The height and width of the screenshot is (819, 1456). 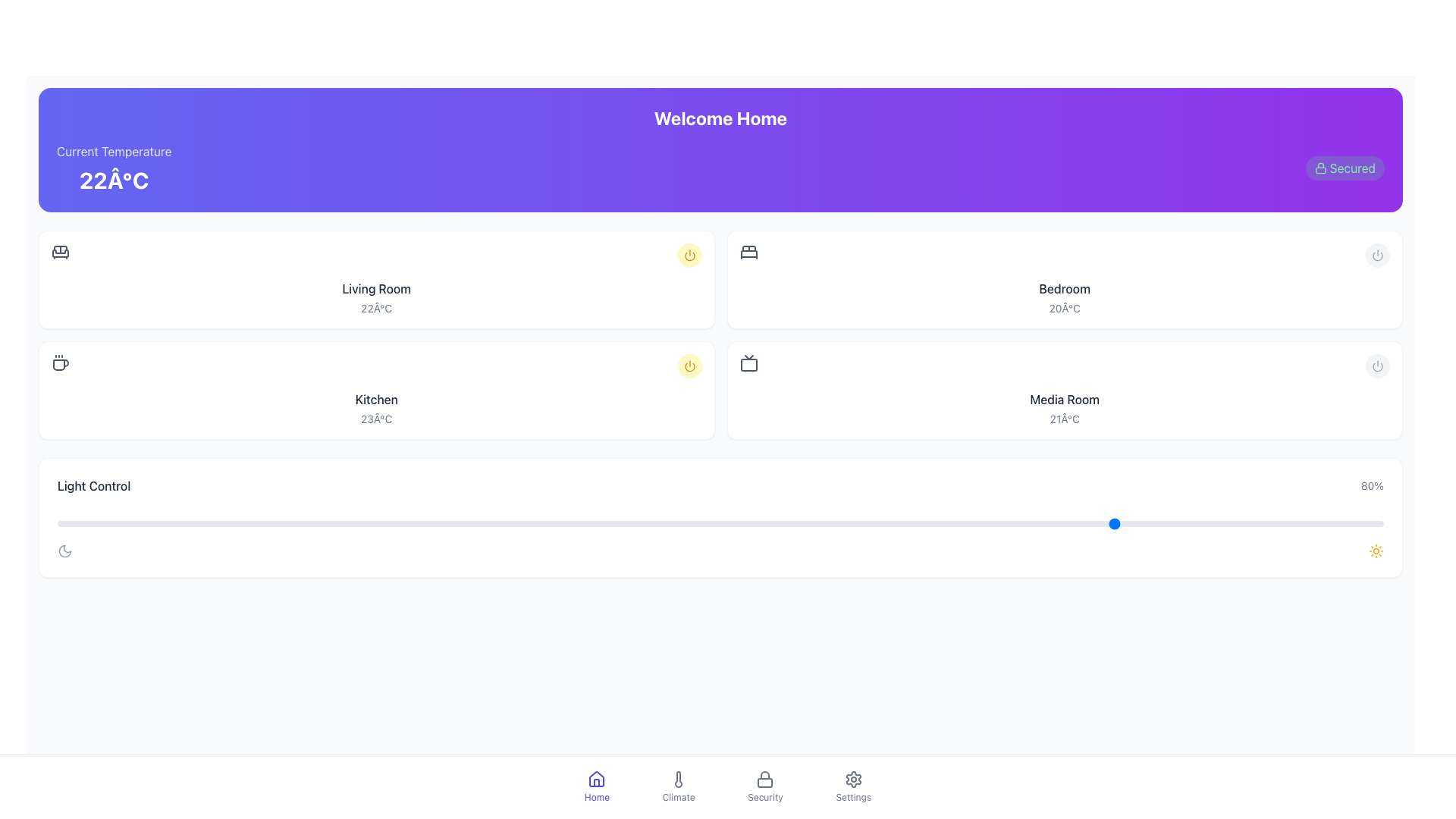 What do you see at coordinates (720, 117) in the screenshot?
I see `the text label that reads 'Welcome Home', which is styled in bold and large font, located at the top of the interface within a gradient background transitioning from indigo to purple` at bounding box center [720, 117].